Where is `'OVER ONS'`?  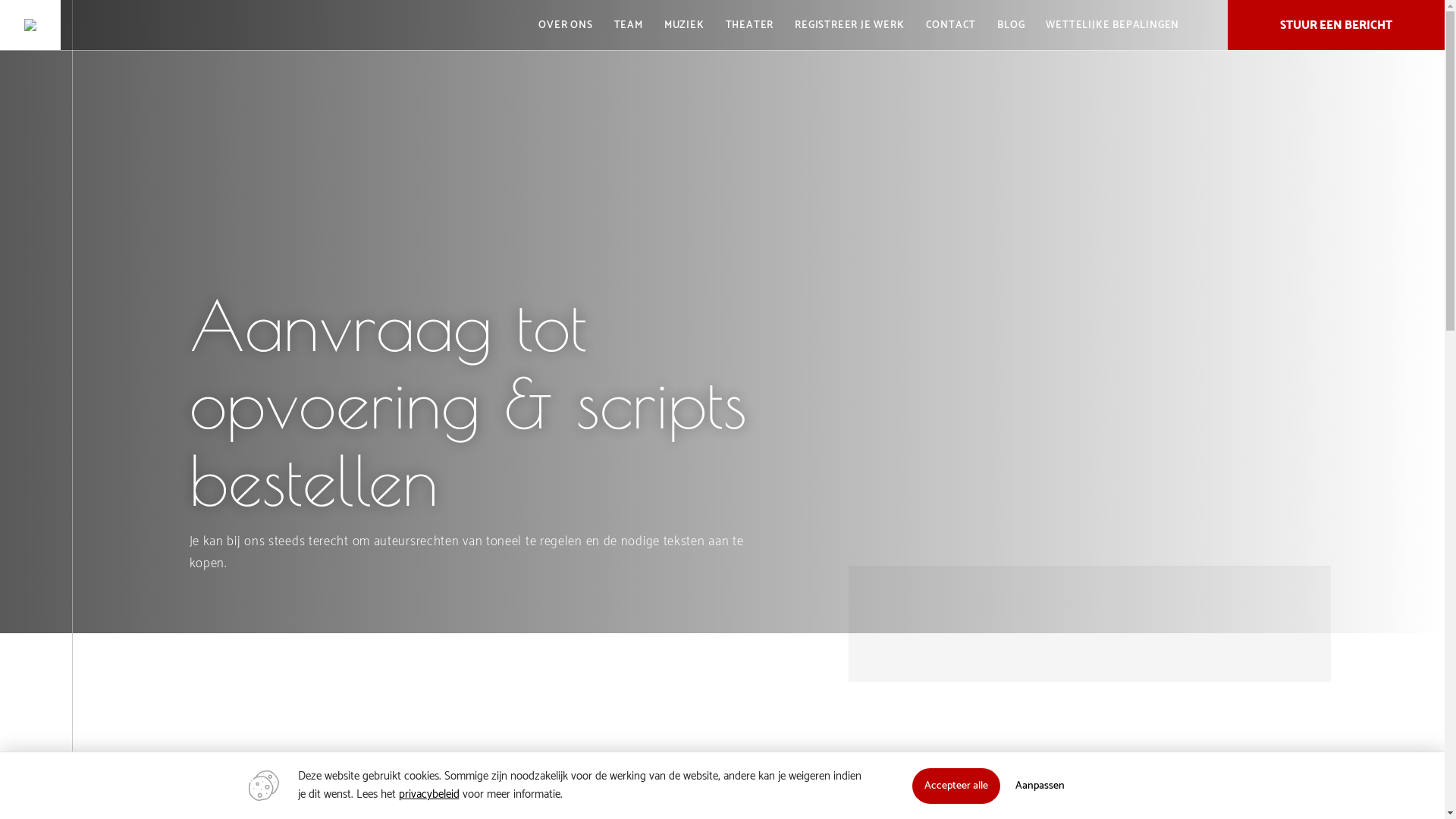
'OVER ONS' is located at coordinates (564, 25).